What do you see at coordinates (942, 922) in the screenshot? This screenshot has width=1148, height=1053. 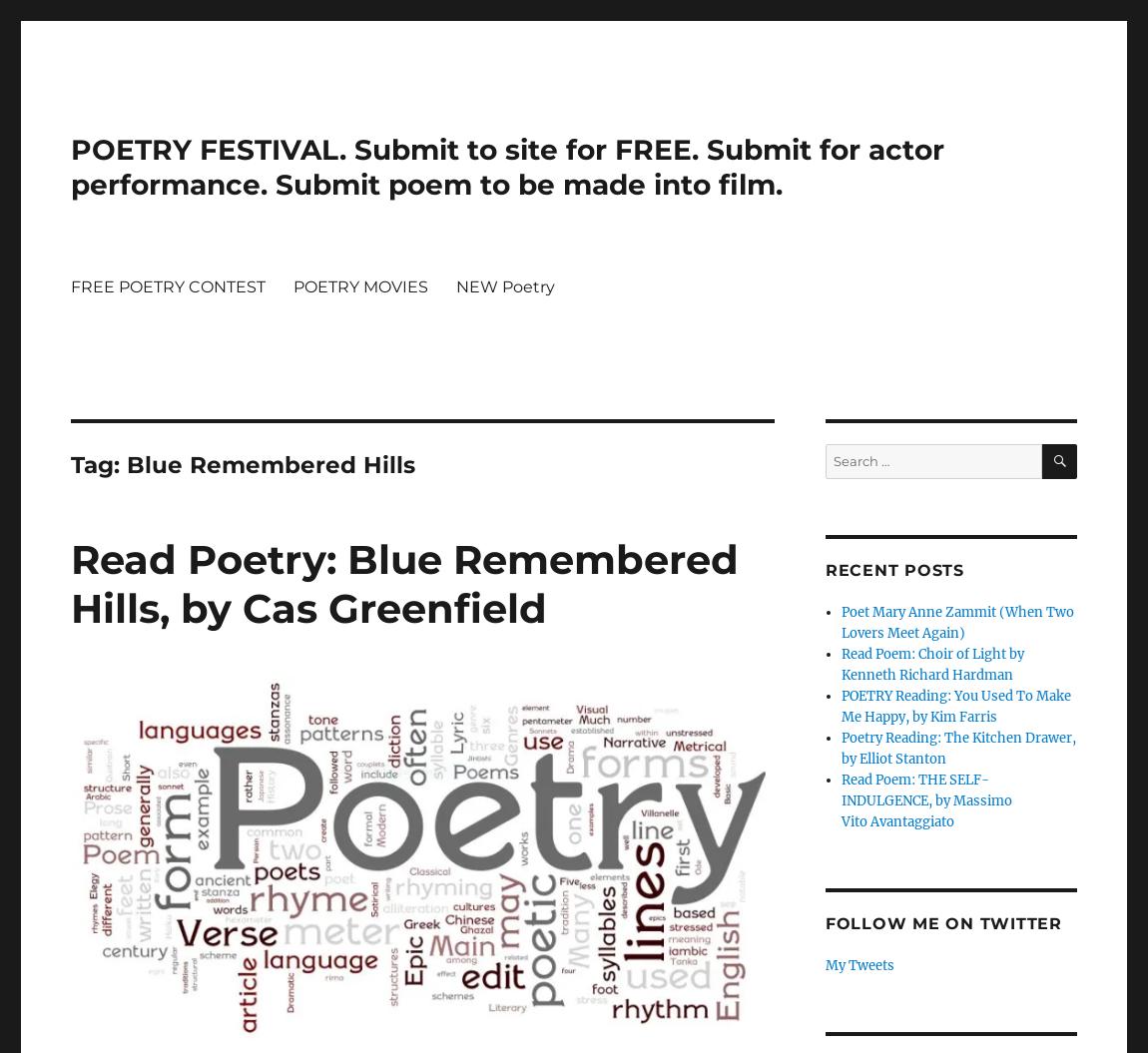 I see `'Follow me on Twitter'` at bounding box center [942, 922].